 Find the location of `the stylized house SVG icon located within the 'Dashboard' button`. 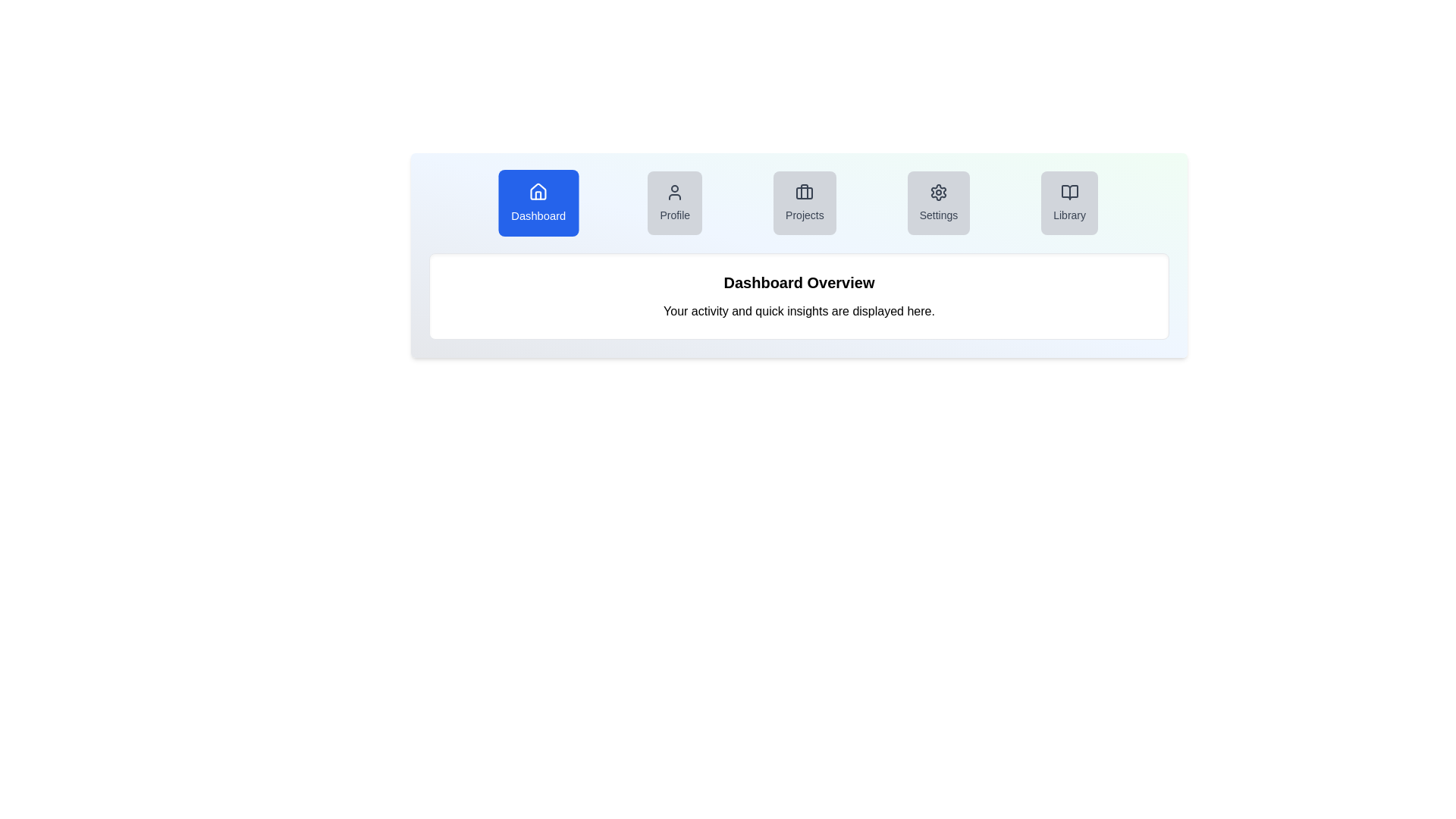

the stylized house SVG icon located within the 'Dashboard' button is located at coordinates (538, 191).